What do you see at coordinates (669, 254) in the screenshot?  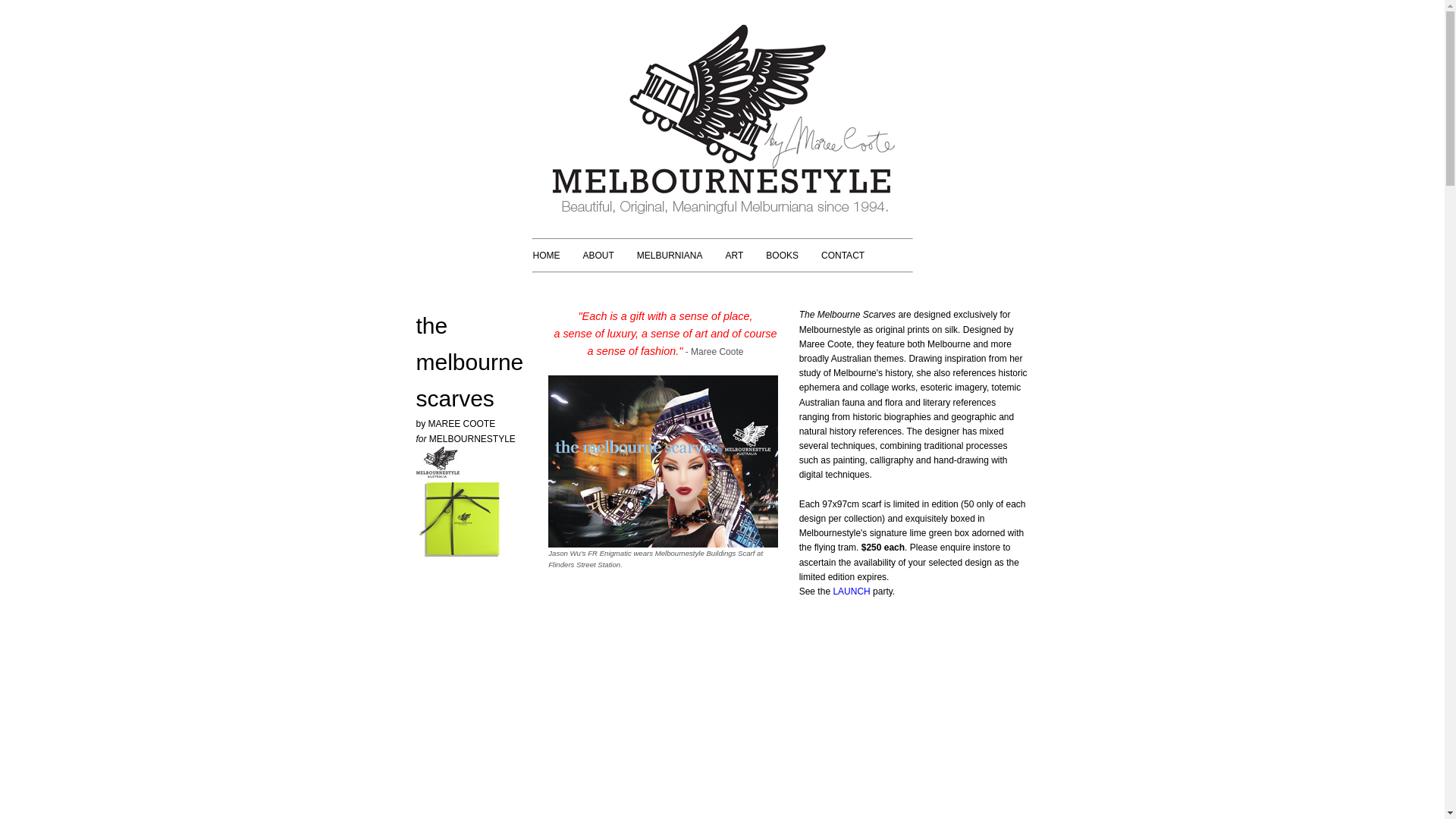 I see `'MELBURNIANA'` at bounding box center [669, 254].